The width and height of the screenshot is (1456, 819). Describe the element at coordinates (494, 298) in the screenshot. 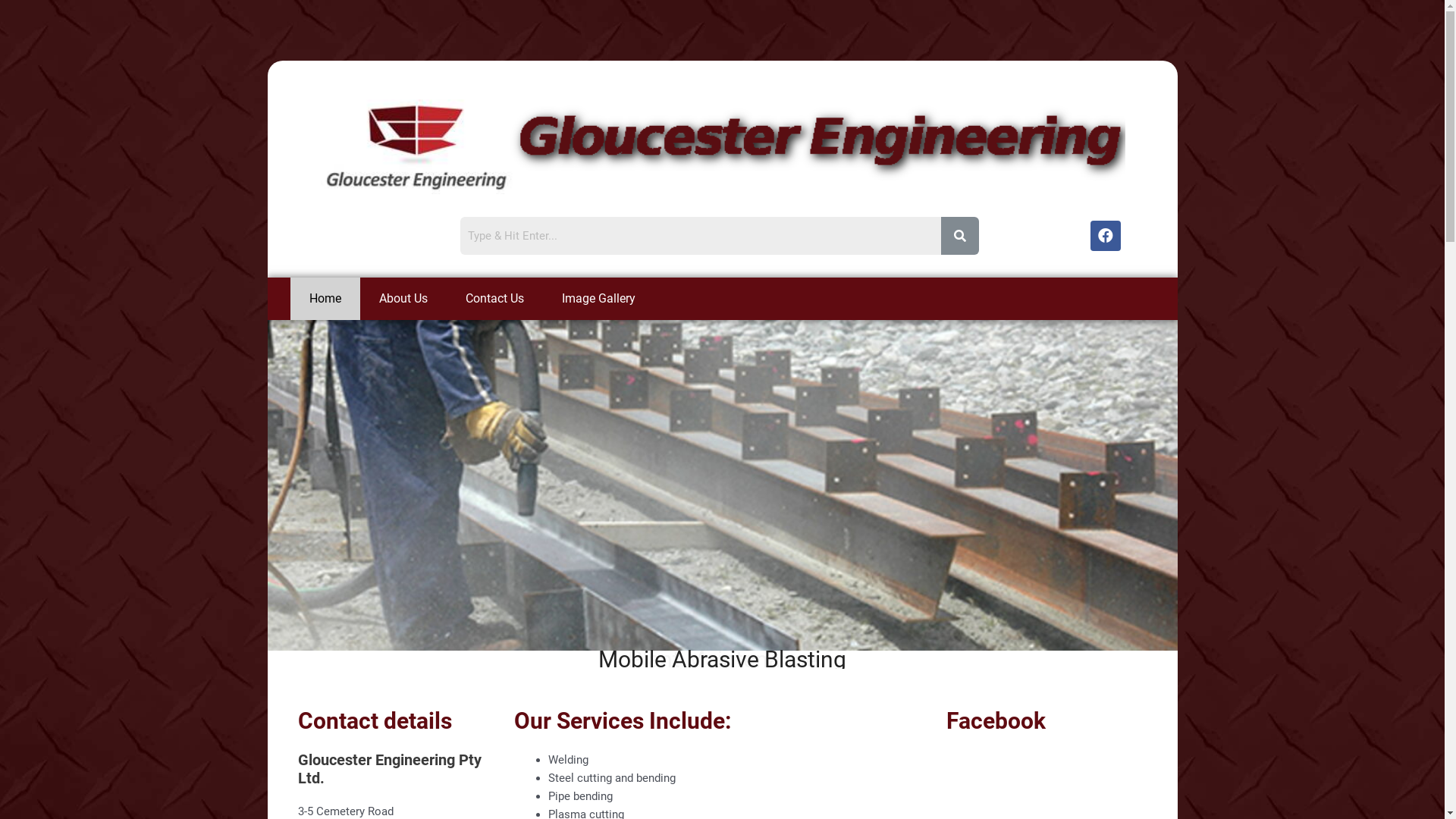

I see `'Contact Us'` at that location.